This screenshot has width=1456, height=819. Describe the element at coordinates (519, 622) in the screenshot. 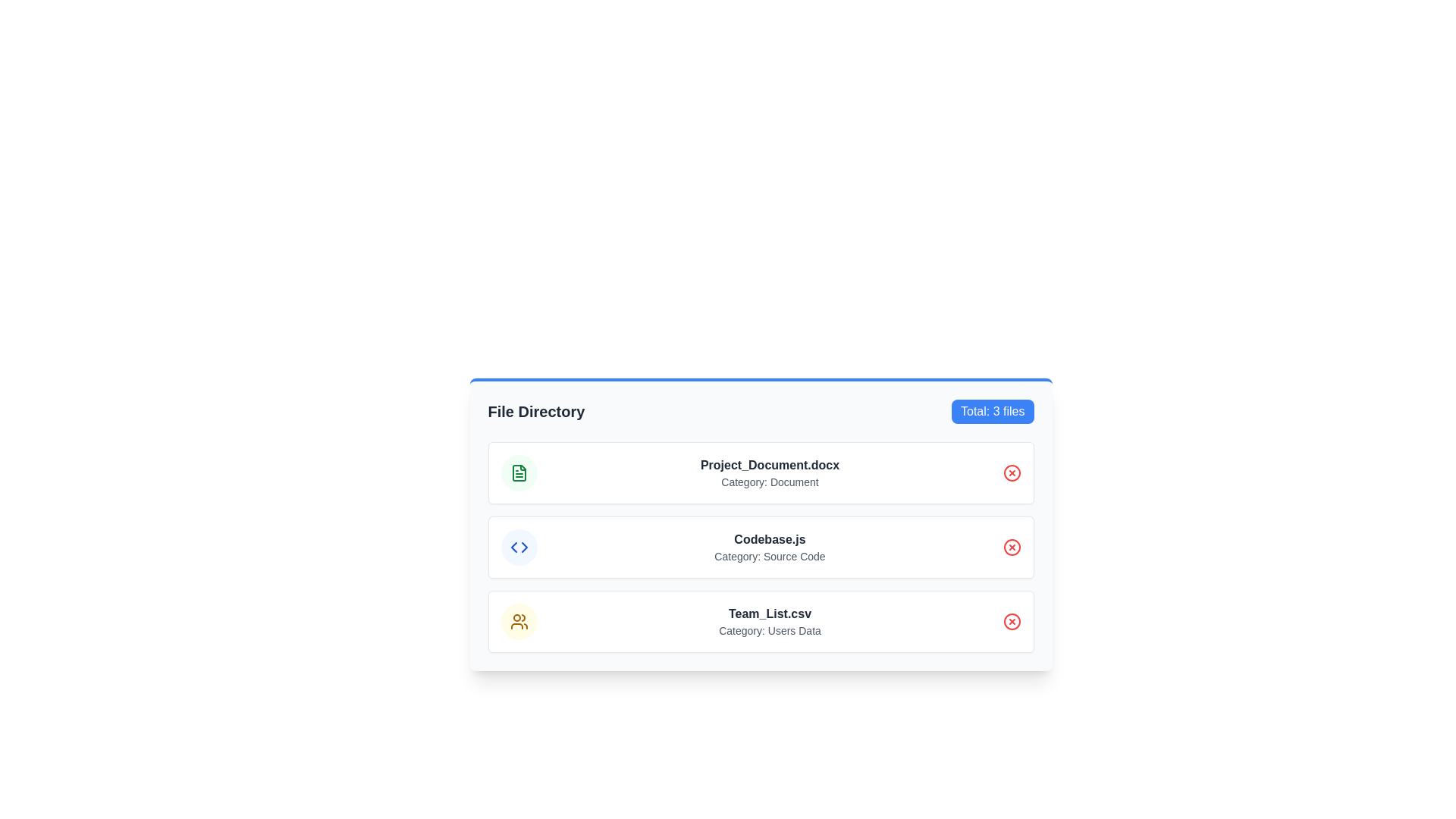

I see `the red circular icon depicting two user figures within the yellow circular background, located in the third row of the file list for 'Team_List.csv'` at that location.